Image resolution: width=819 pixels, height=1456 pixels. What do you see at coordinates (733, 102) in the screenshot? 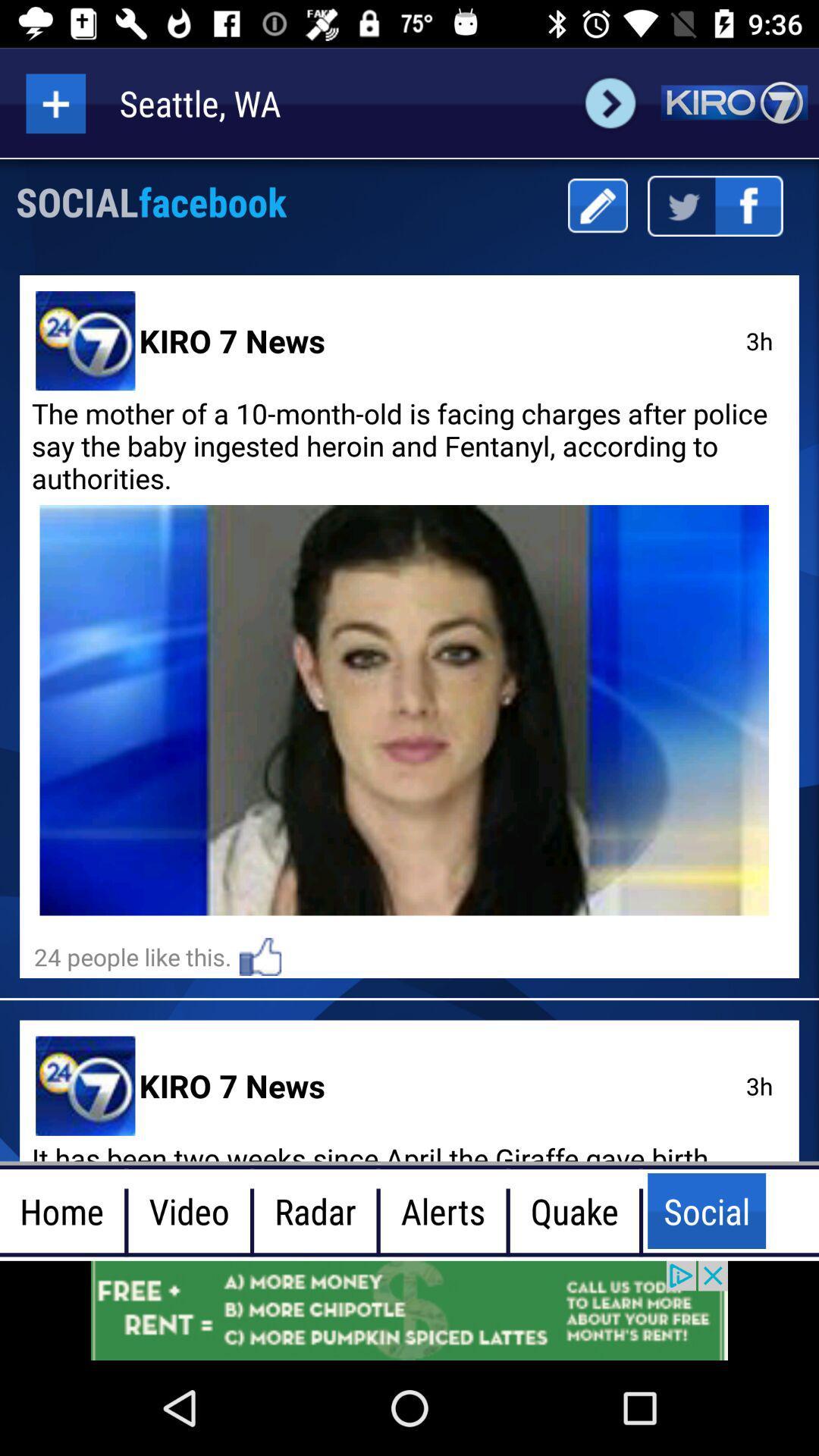
I see `home page option` at bounding box center [733, 102].